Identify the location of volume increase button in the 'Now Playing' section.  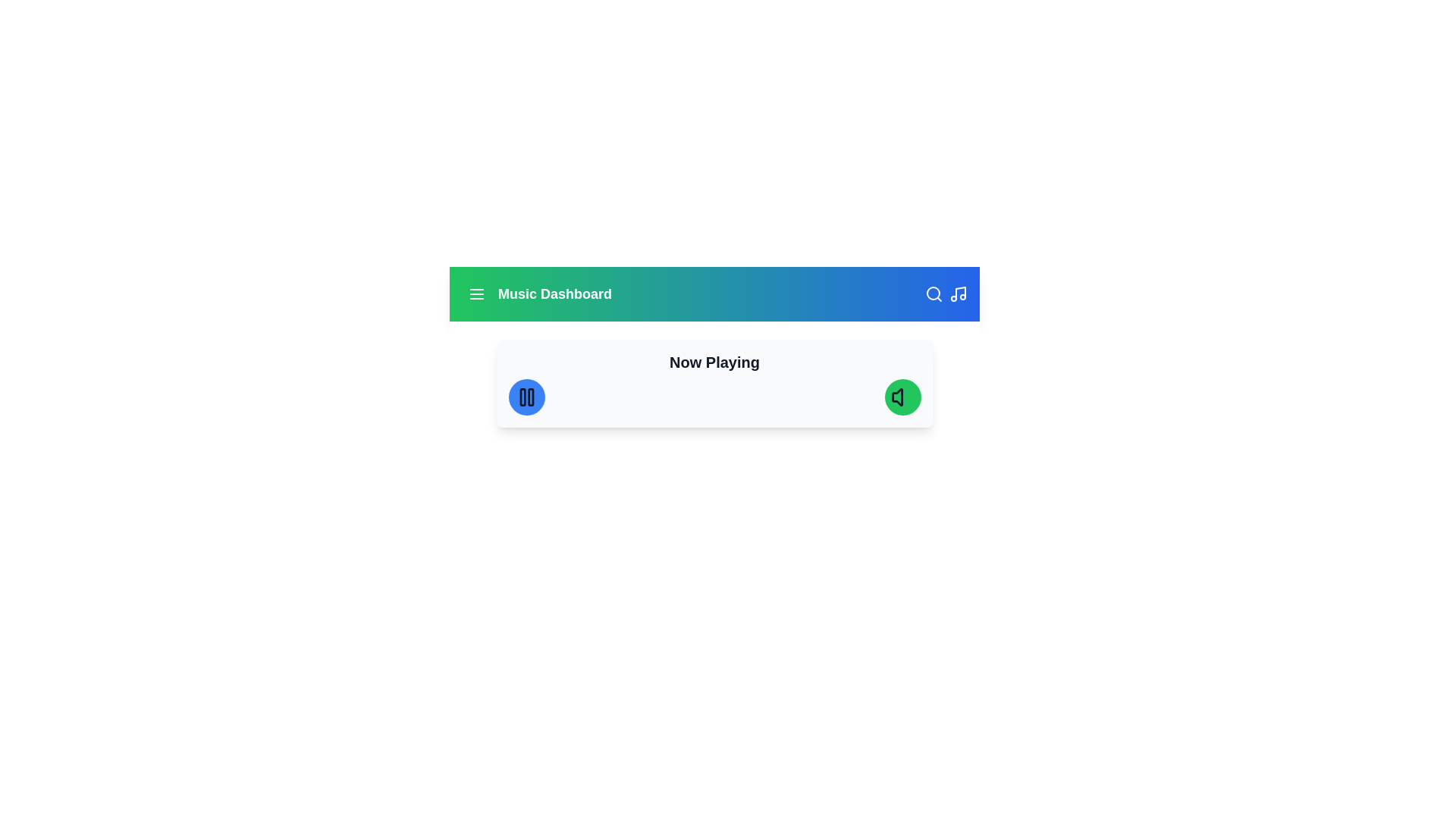
(902, 397).